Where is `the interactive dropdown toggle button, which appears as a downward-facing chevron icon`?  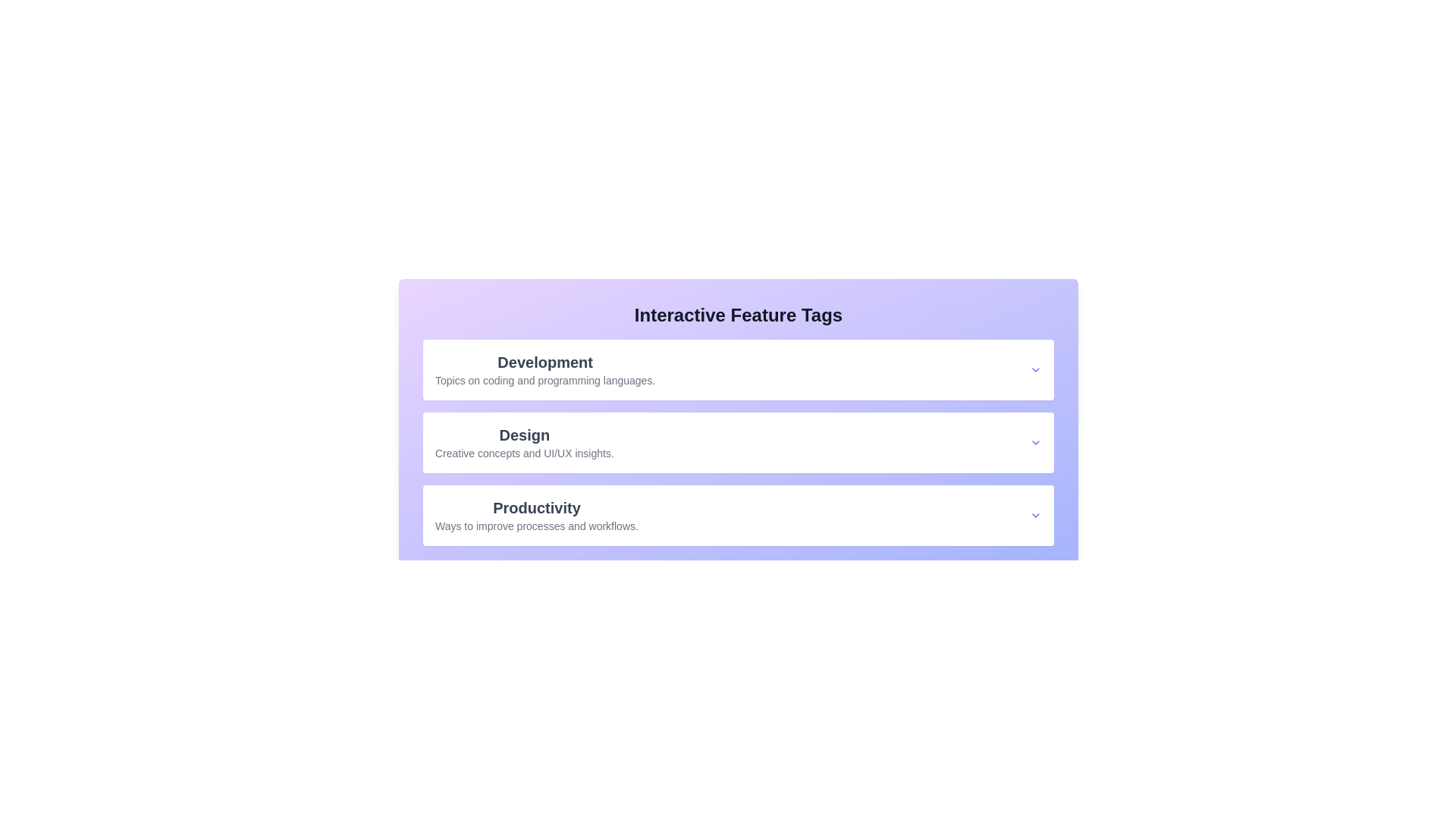
the interactive dropdown toggle button, which appears as a downward-facing chevron icon is located at coordinates (1035, 370).